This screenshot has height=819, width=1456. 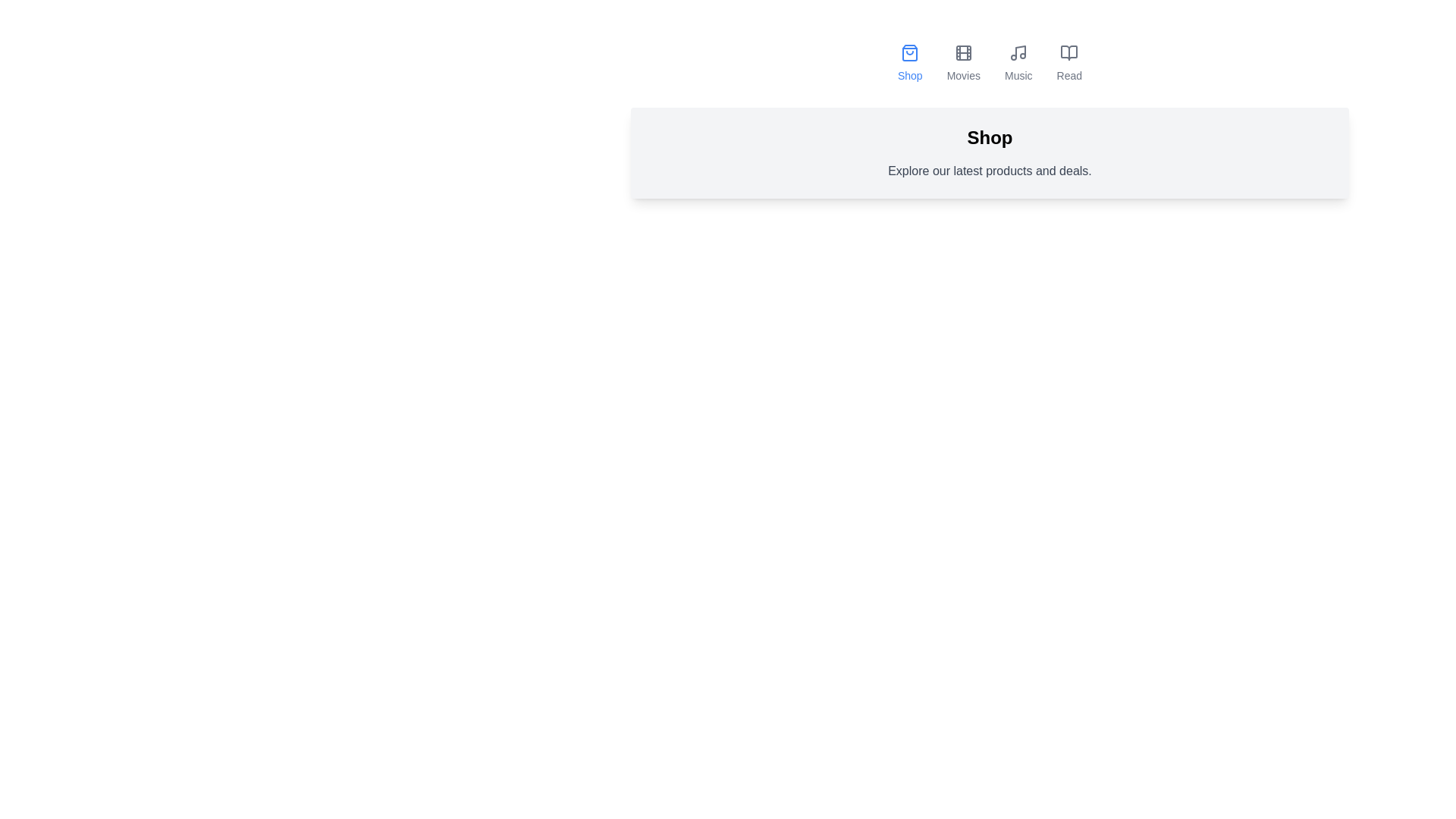 What do you see at coordinates (962, 63) in the screenshot?
I see `the tab labeled Movies` at bounding box center [962, 63].